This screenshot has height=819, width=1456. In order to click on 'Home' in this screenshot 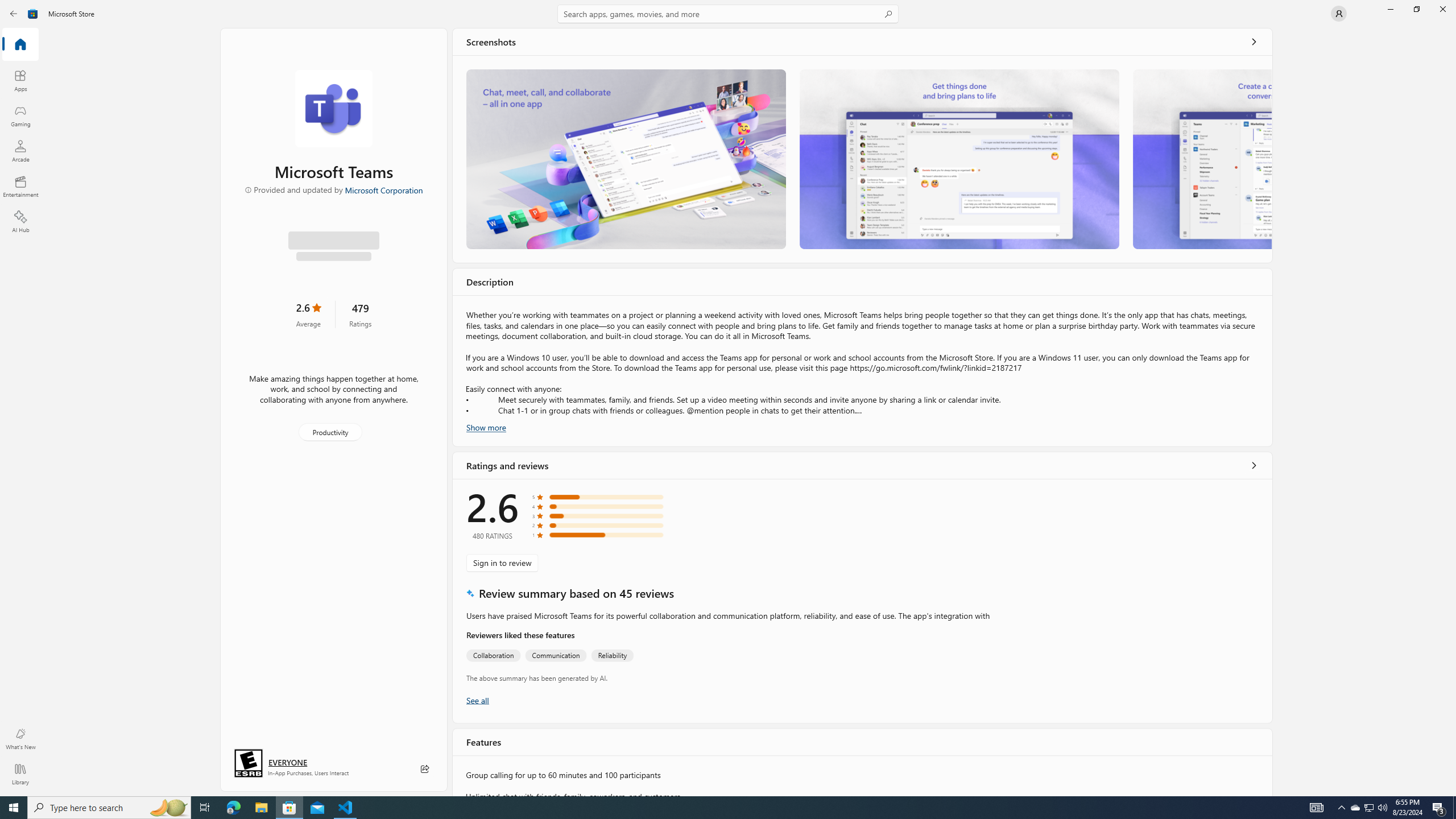, I will do `click(19, 44)`.